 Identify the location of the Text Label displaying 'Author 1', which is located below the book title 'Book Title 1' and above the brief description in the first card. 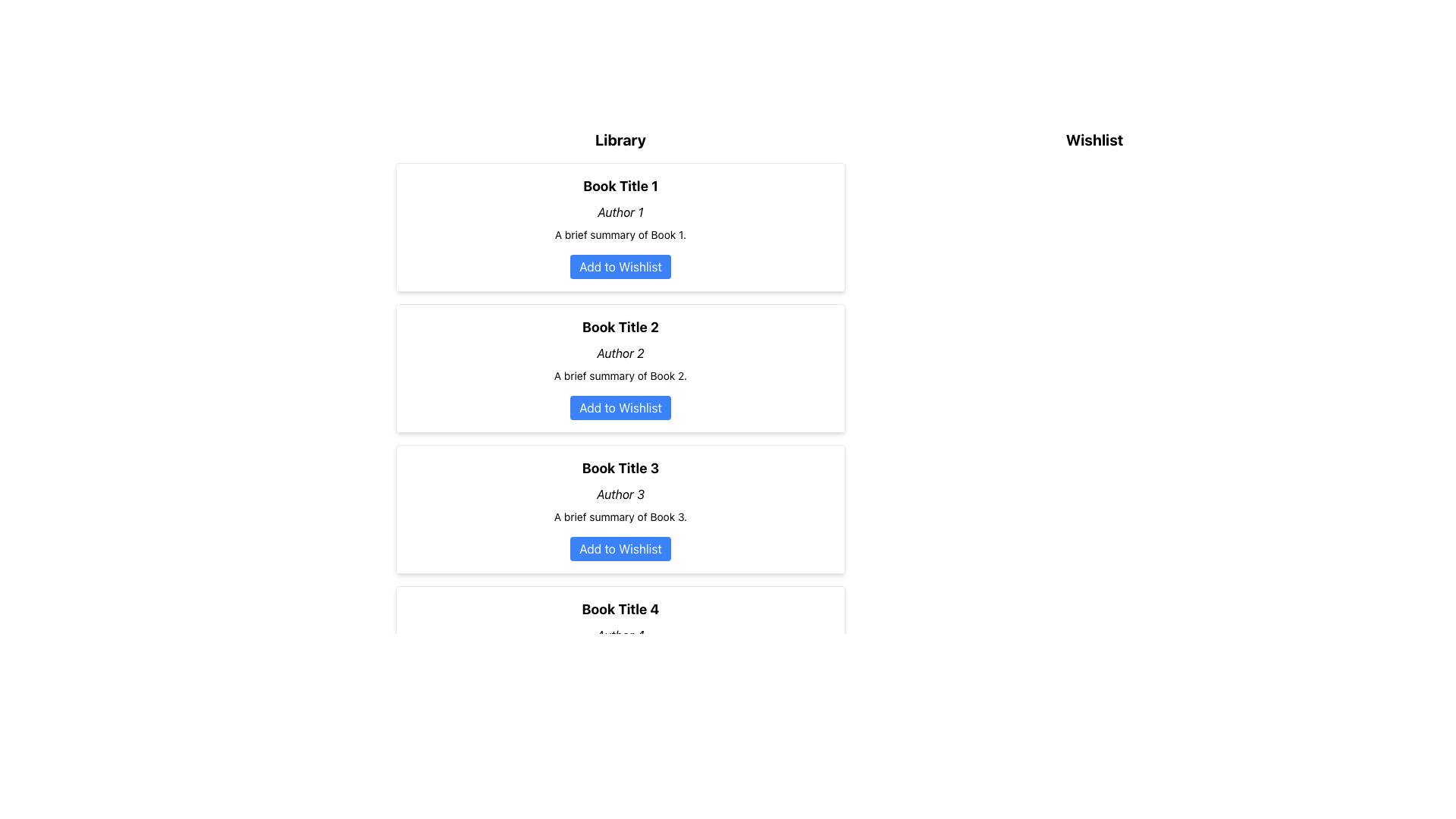
(620, 212).